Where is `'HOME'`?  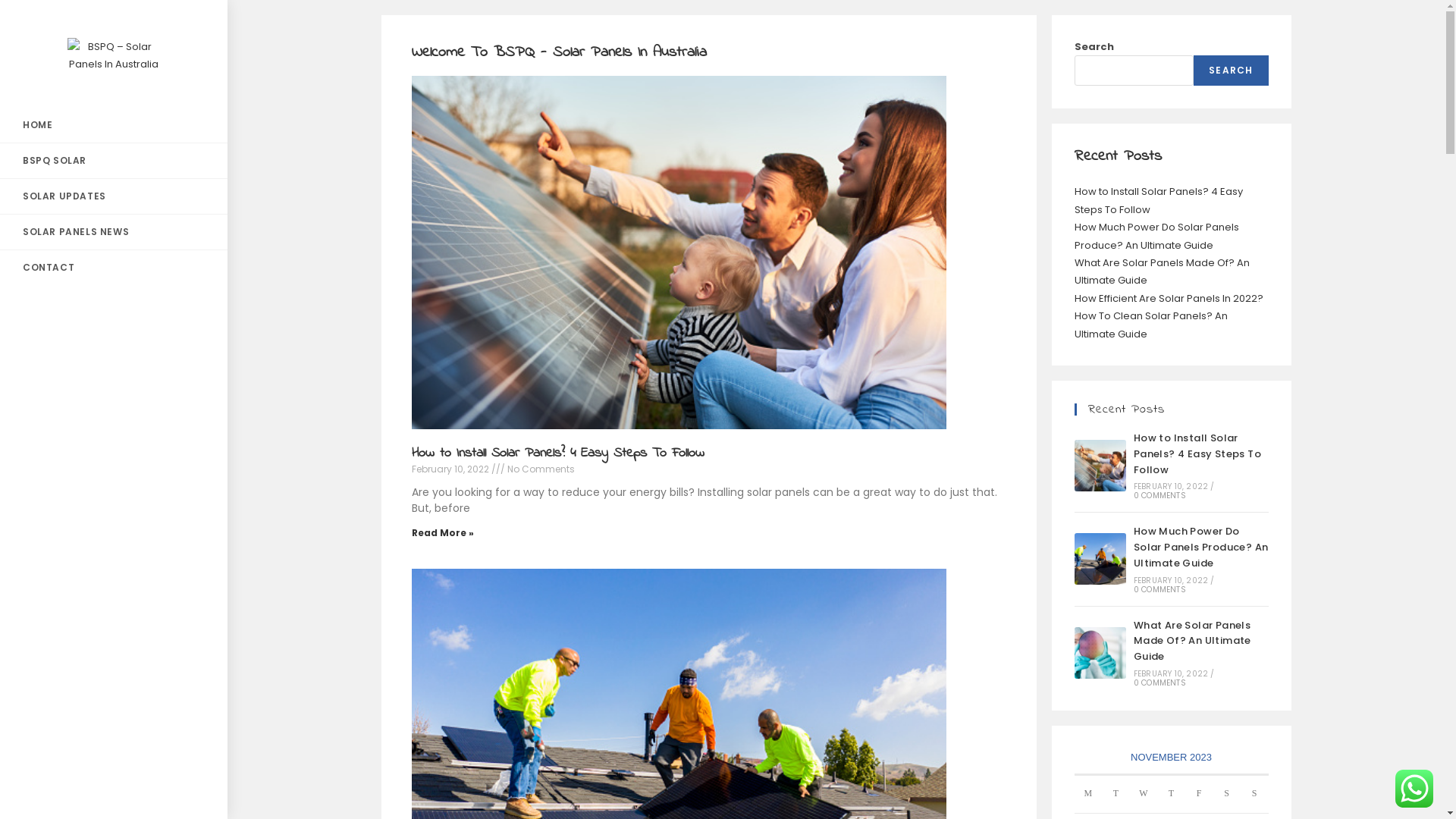 'HOME' is located at coordinates (112, 124).